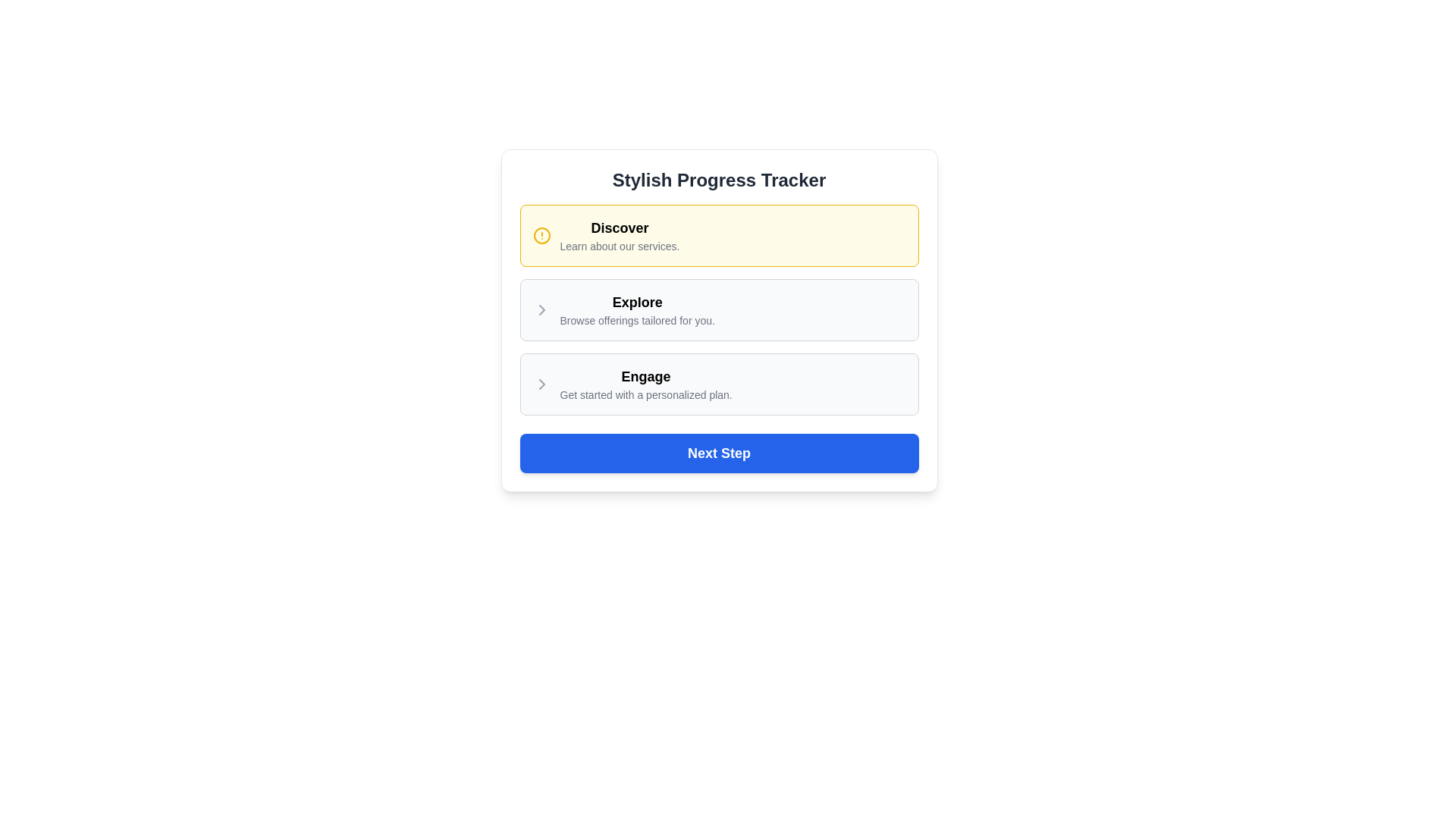 This screenshot has height=819, width=1456. I want to click on the bold, black-colored text displaying the word 'Explore' at the top of the Stylish Progress Tracker interface, so click(637, 302).